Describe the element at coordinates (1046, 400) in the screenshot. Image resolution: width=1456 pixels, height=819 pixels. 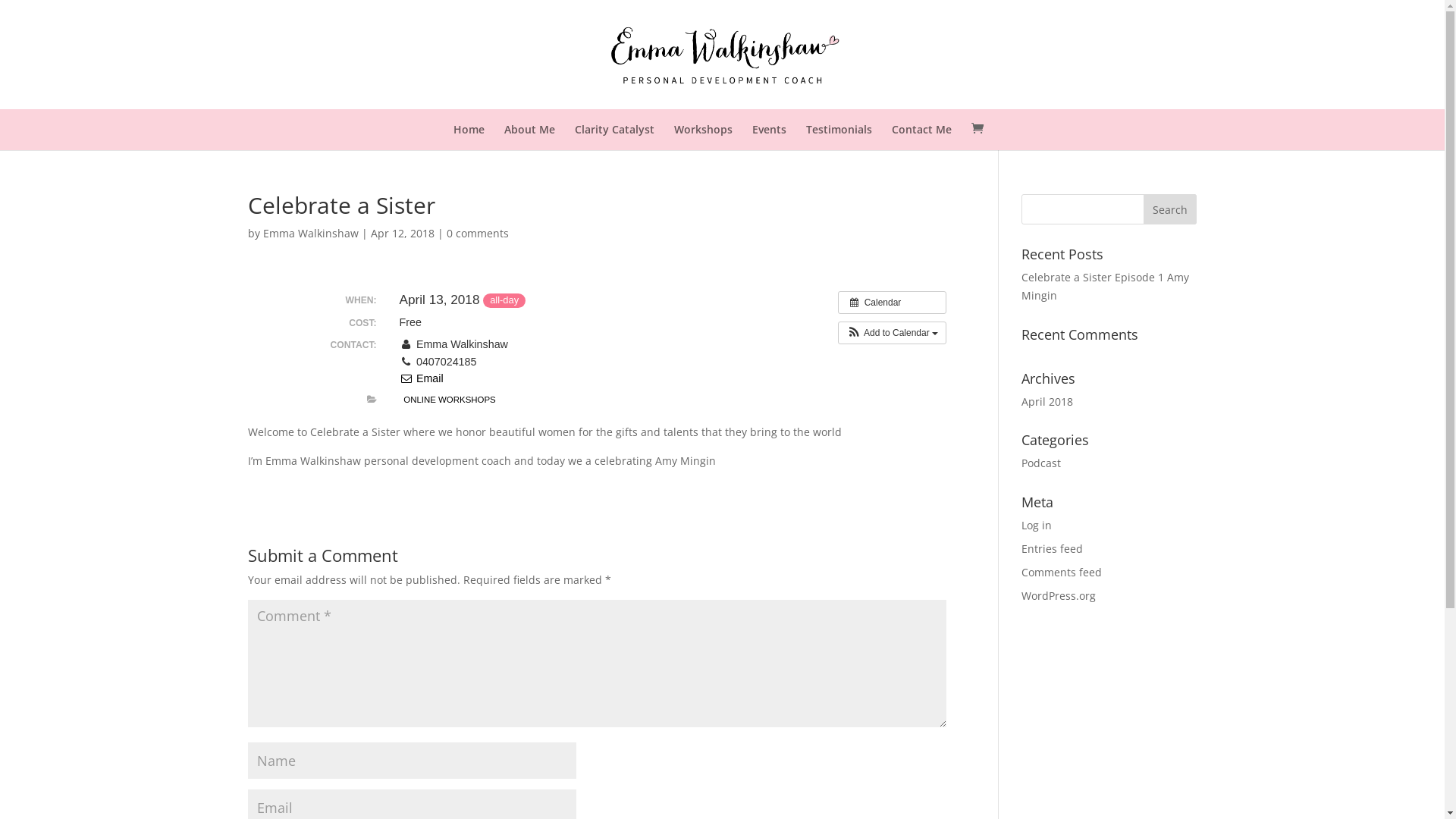
I see `'April 2018'` at that location.